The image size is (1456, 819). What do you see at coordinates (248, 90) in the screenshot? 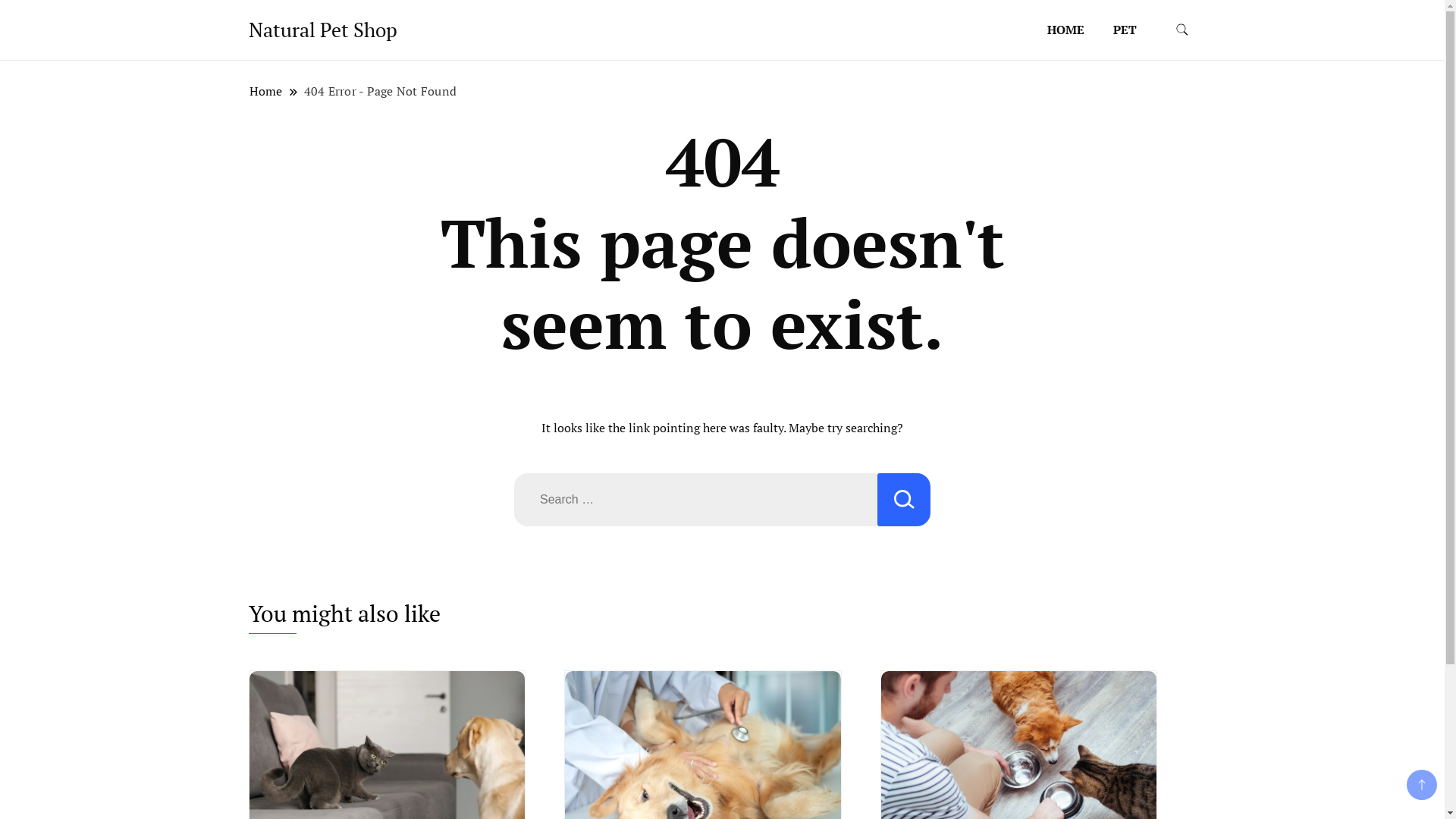
I see `'Home'` at bounding box center [248, 90].